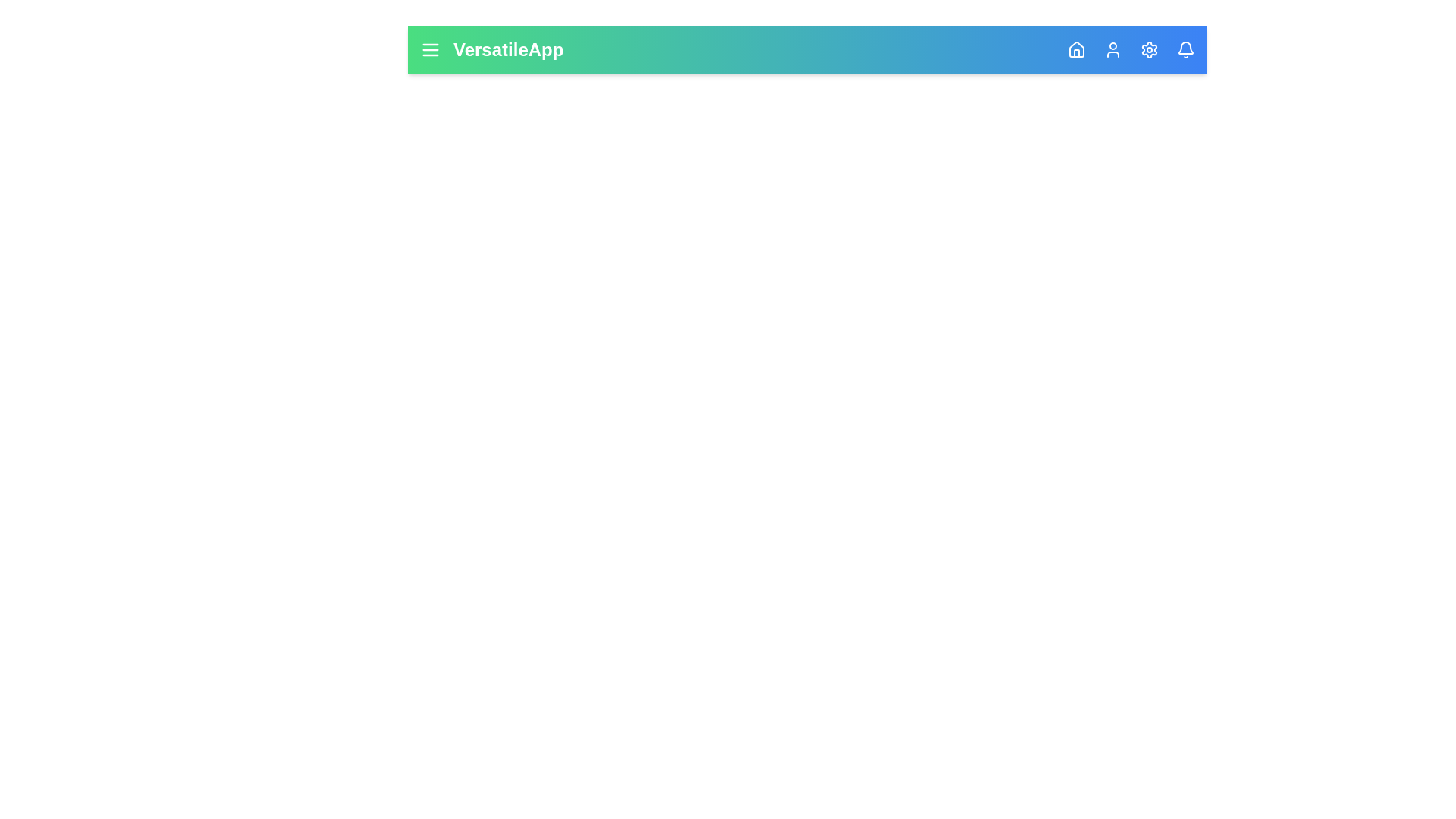 The image size is (1456, 819). I want to click on the navigation icon user, so click(1113, 49).